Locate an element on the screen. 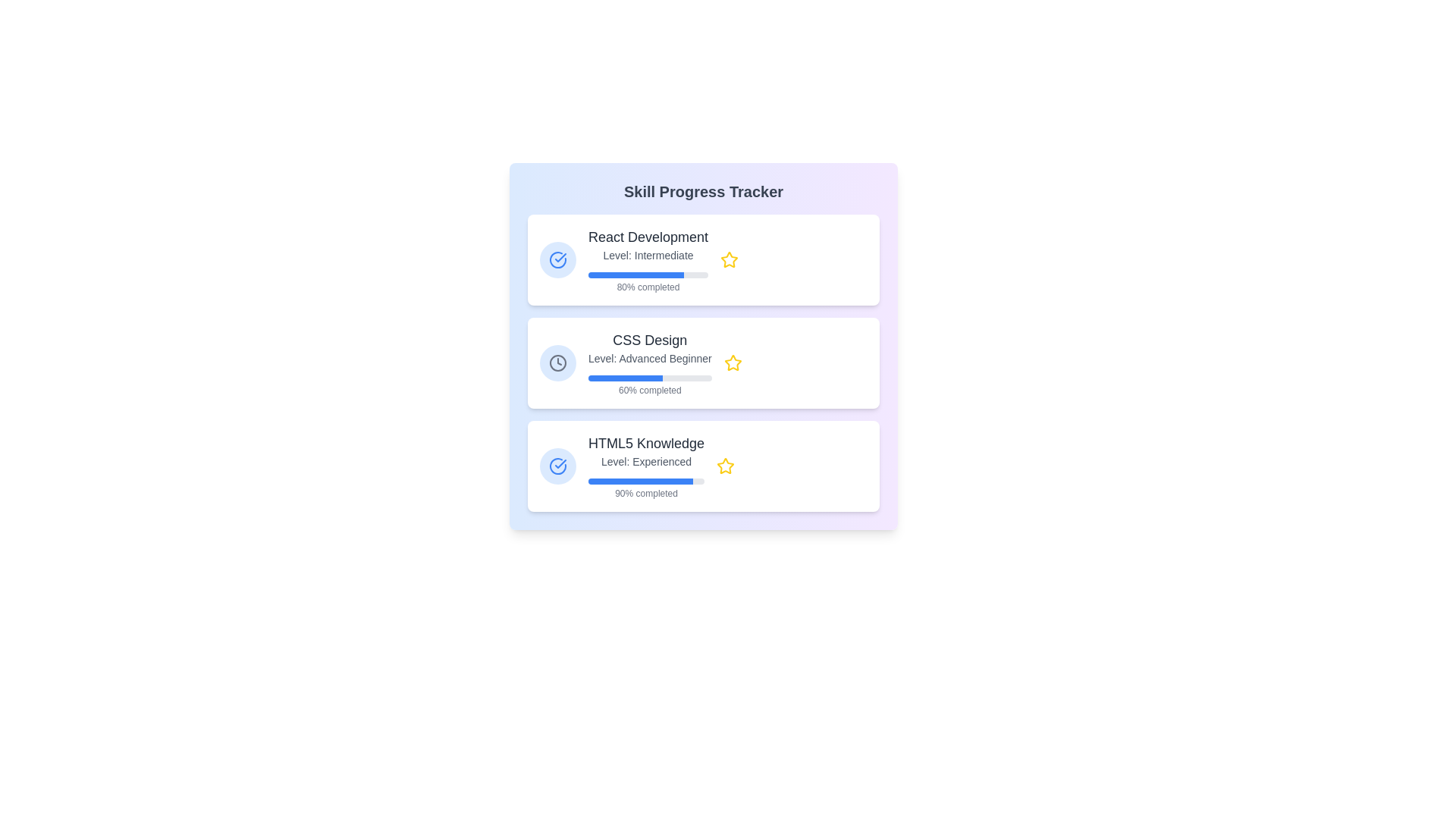 This screenshot has width=1456, height=819. the circular icon with a light blue background and a blue checkmark symbol located at the top left corner of the 'HTML5 Knowledge' section, next to the descriptive text and above the progress bar is located at coordinates (557, 465).